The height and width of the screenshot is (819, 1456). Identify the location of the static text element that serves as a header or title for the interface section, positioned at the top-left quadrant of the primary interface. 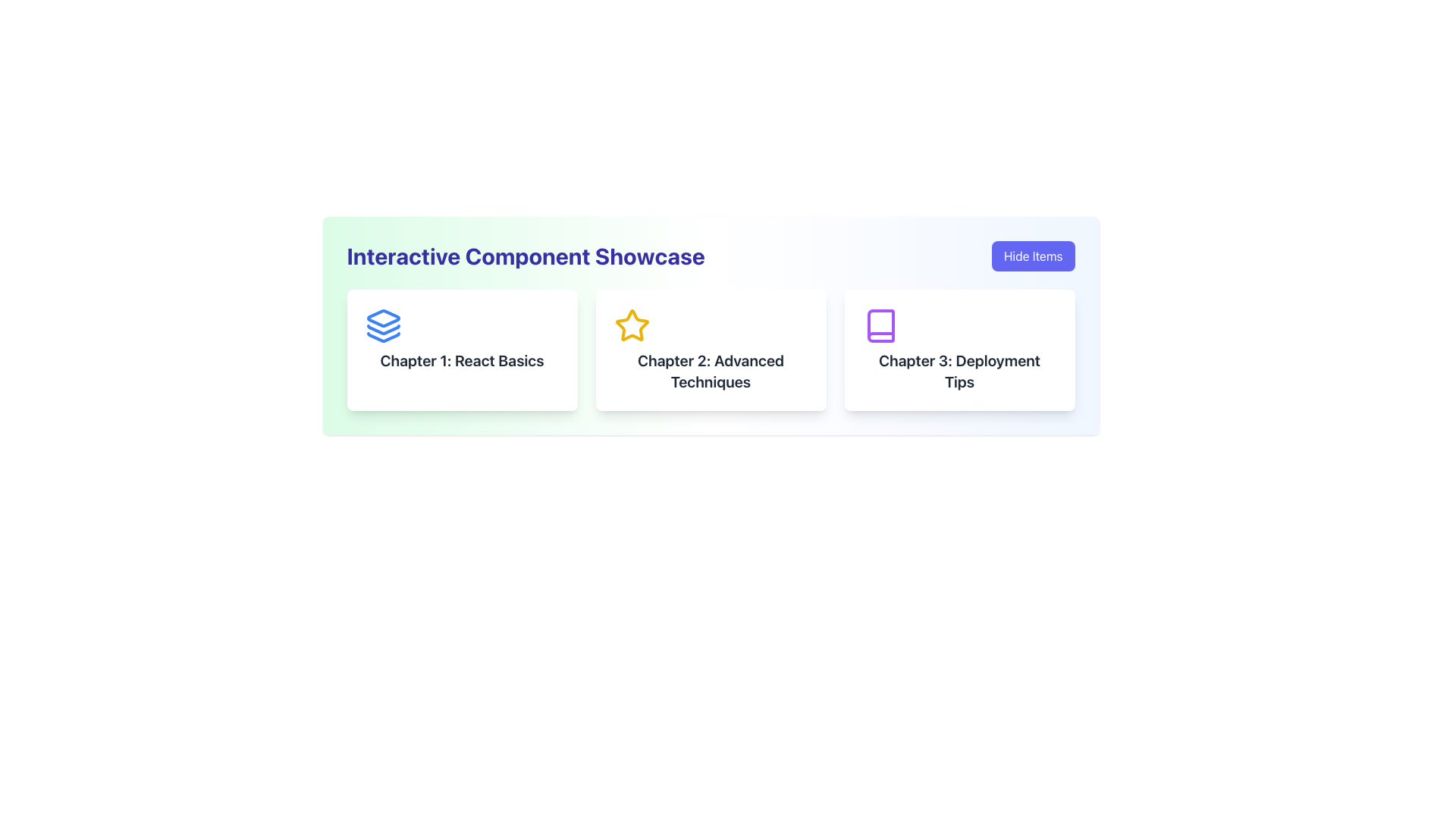
(526, 256).